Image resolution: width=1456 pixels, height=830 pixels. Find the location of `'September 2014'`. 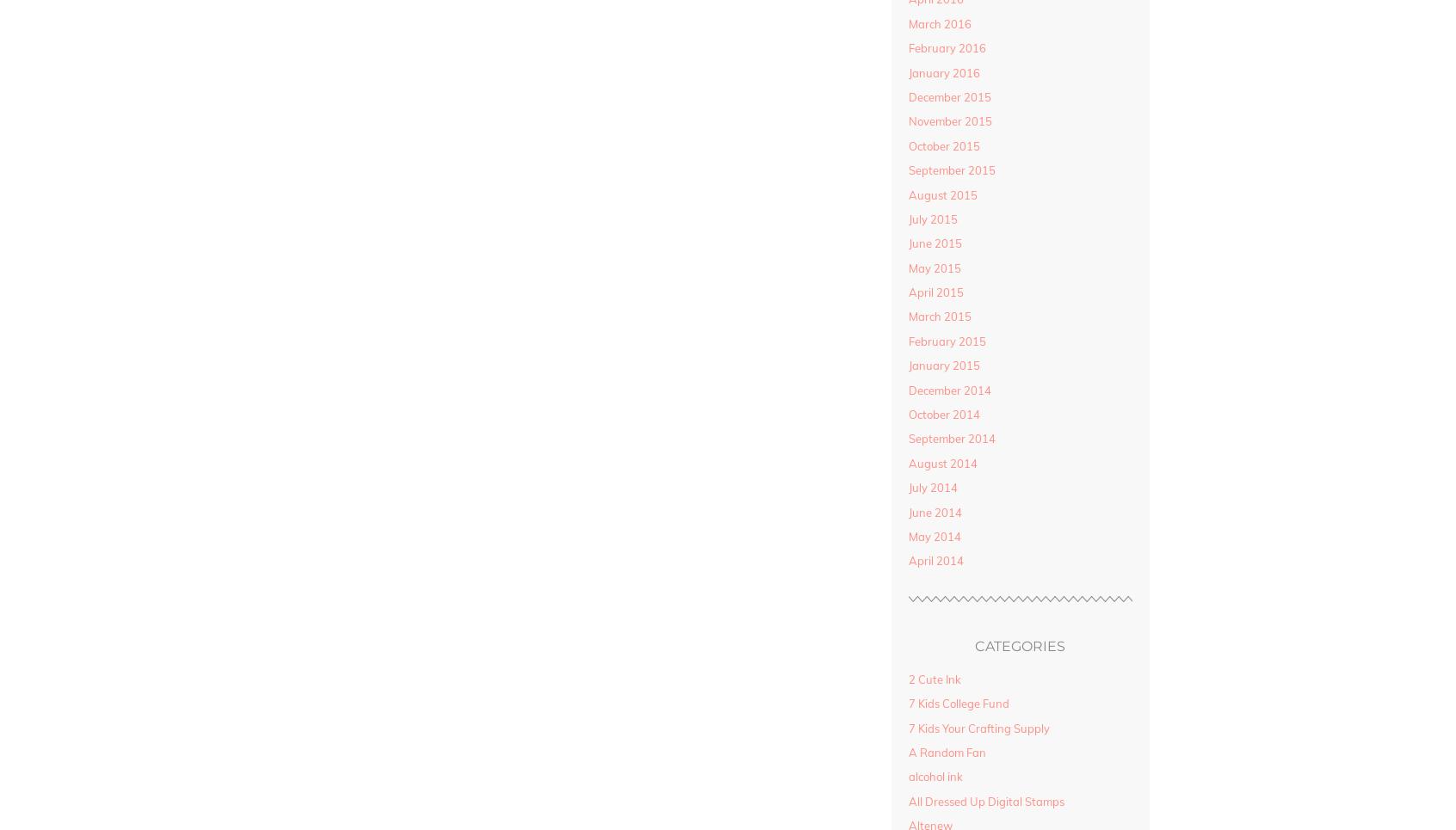

'September 2014' is located at coordinates (906, 439).